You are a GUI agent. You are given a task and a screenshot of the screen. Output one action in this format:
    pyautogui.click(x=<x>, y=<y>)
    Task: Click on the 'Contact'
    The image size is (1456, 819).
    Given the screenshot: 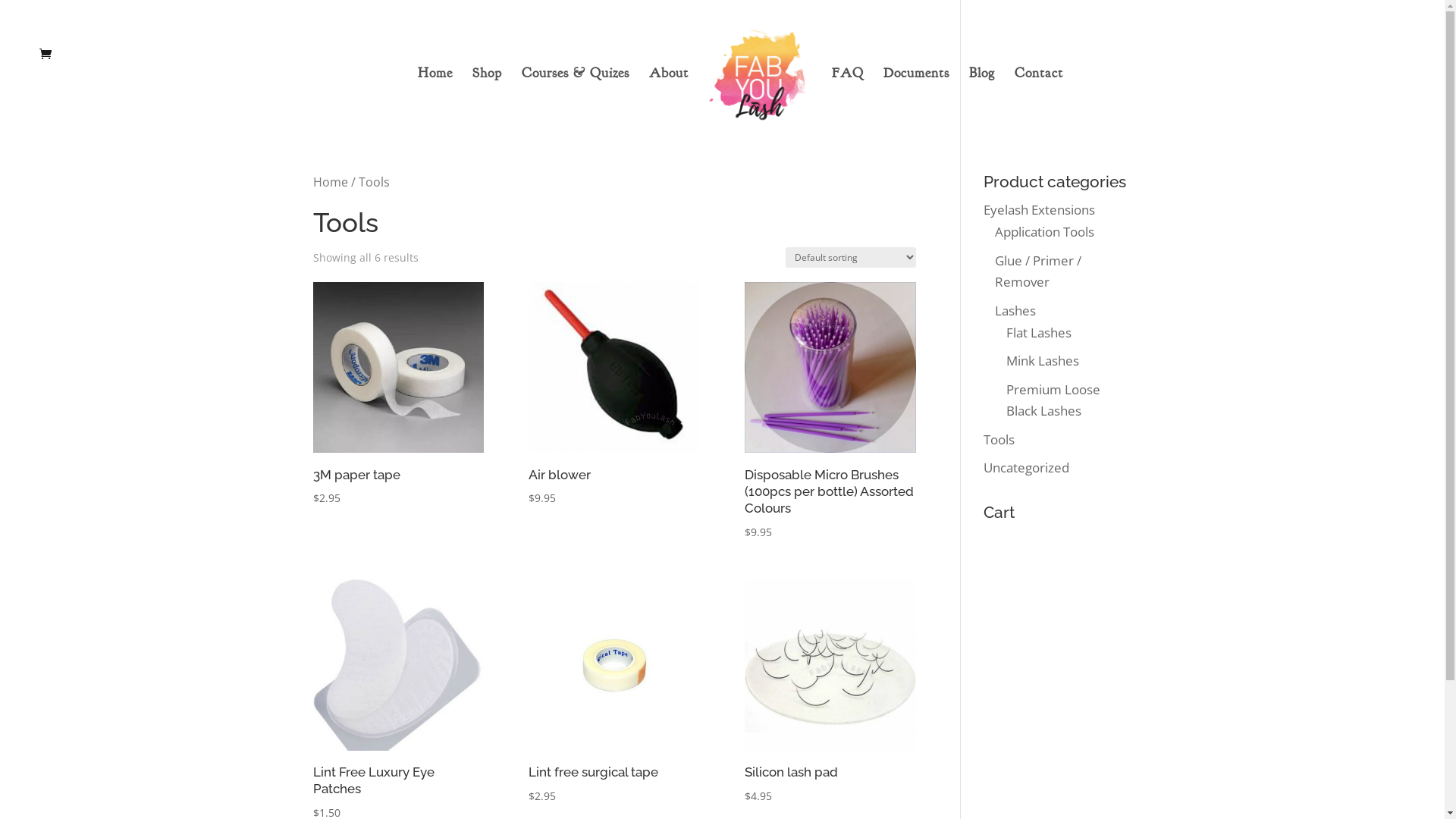 What is the action you would take?
    pyautogui.click(x=1037, y=98)
    